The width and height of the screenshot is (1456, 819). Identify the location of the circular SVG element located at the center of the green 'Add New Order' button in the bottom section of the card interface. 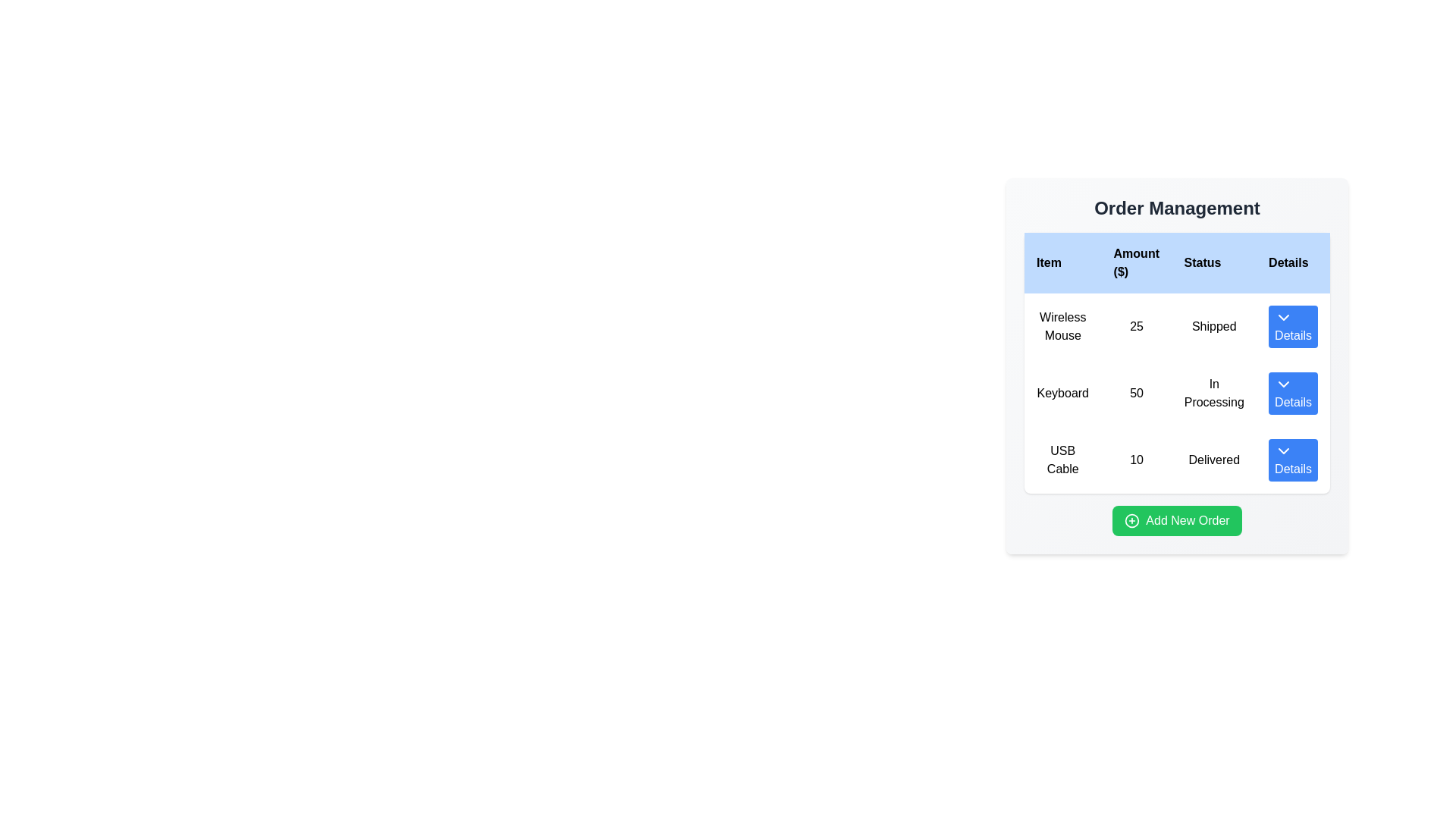
(1132, 519).